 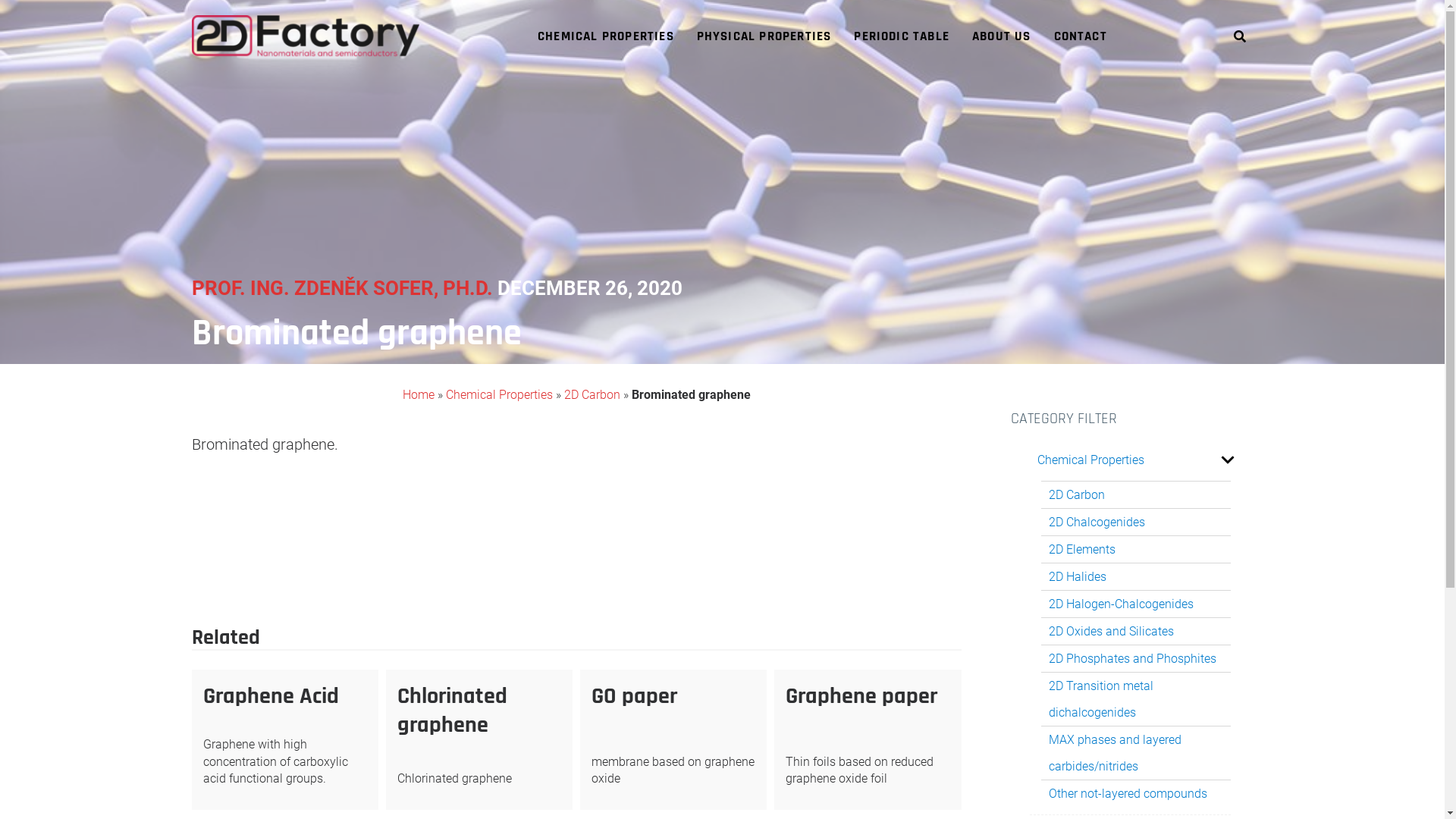 What do you see at coordinates (905, 581) in the screenshot?
I see `'Graphene Acid'` at bounding box center [905, 581].